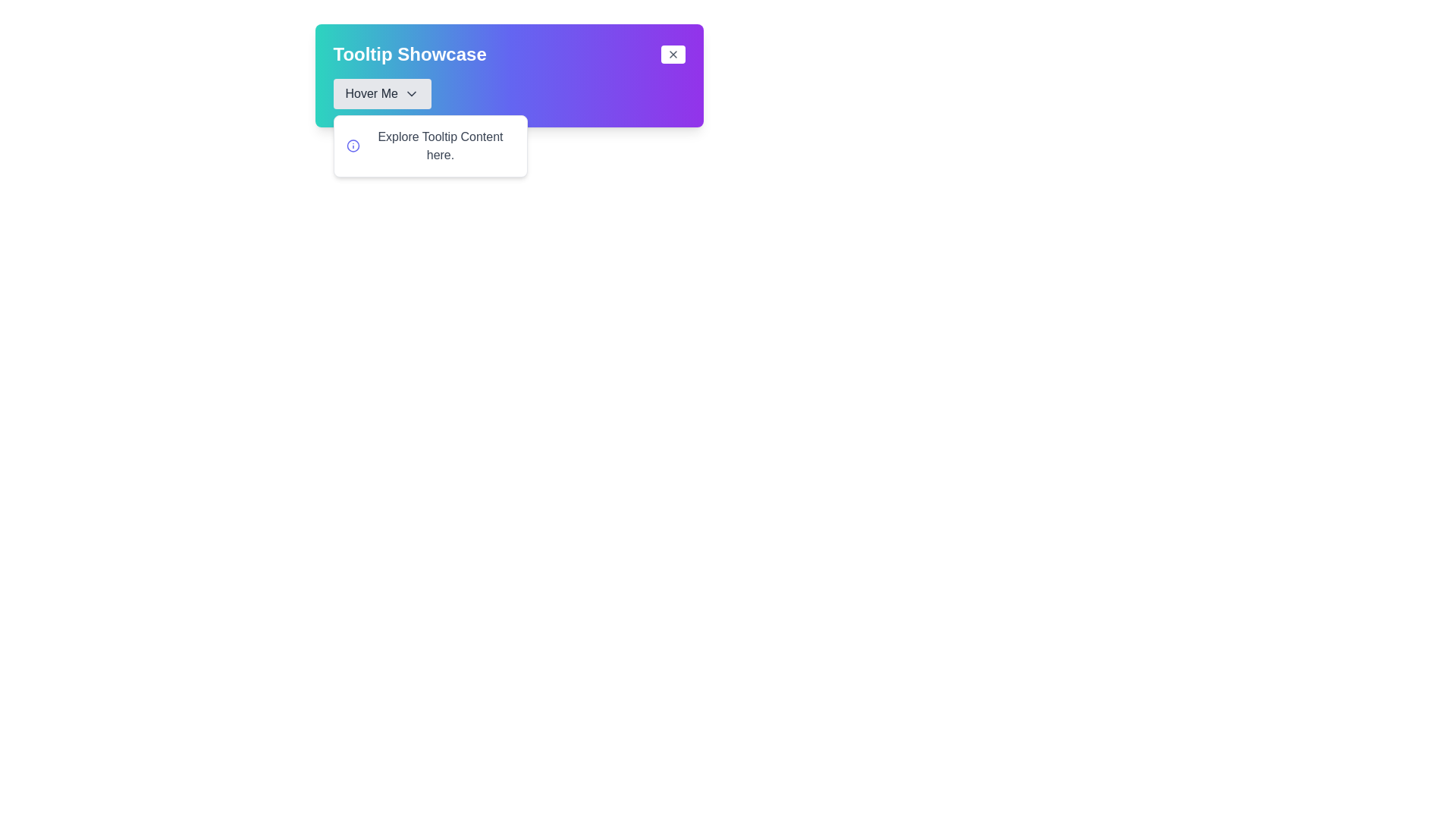 The height and width of the screenshot is (819, 1456). Describe the element at coordinates (672, 54) in the screenshot. I see `the small white square button with a dark gray 'X' icon positioned to the right of the 'Tooltip Showcase' text` at that location.